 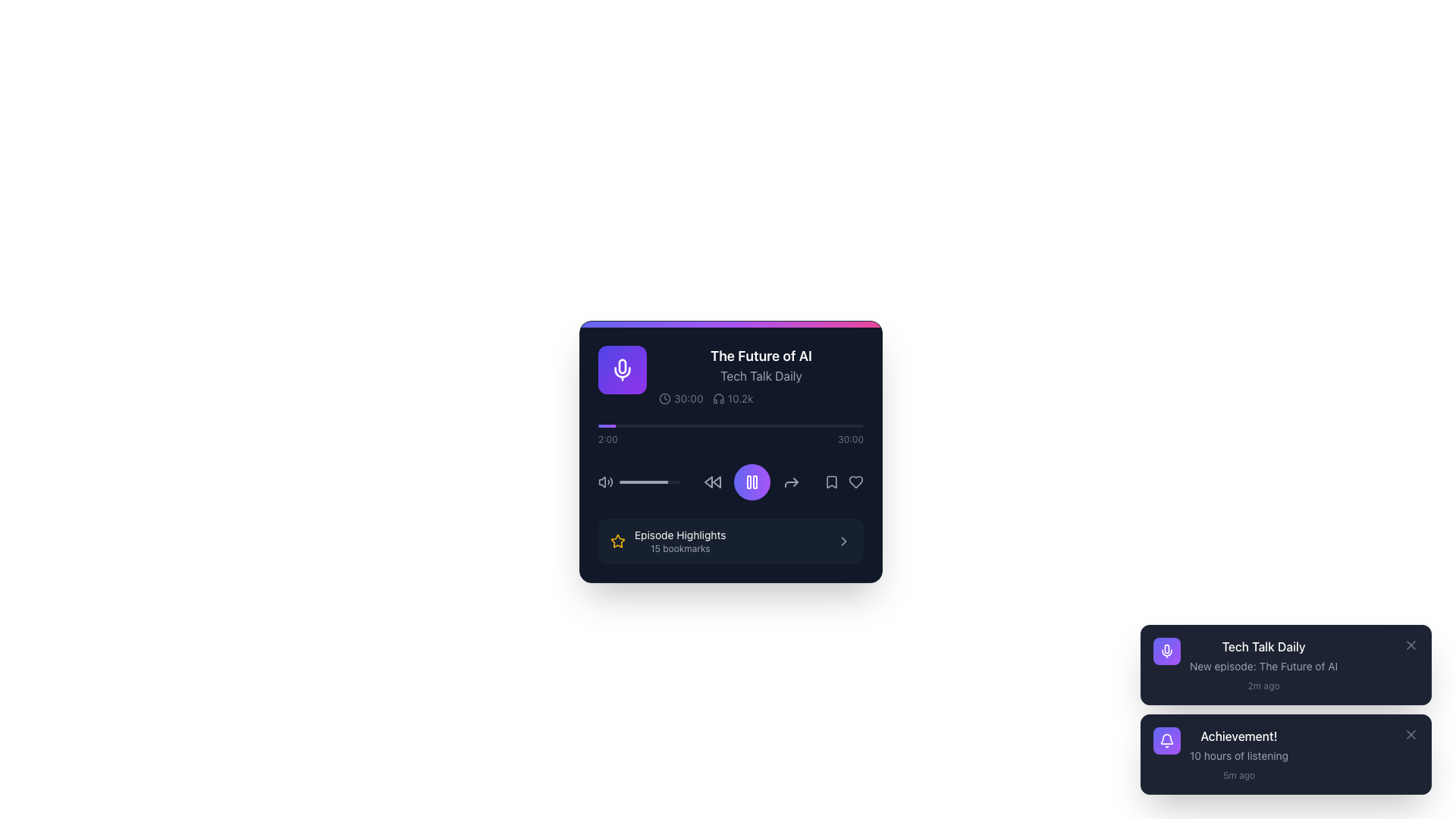 What do you see at coordinates (673, 482) in the screenshot?
I see `the progress bar` at bounding box center [673, 482].